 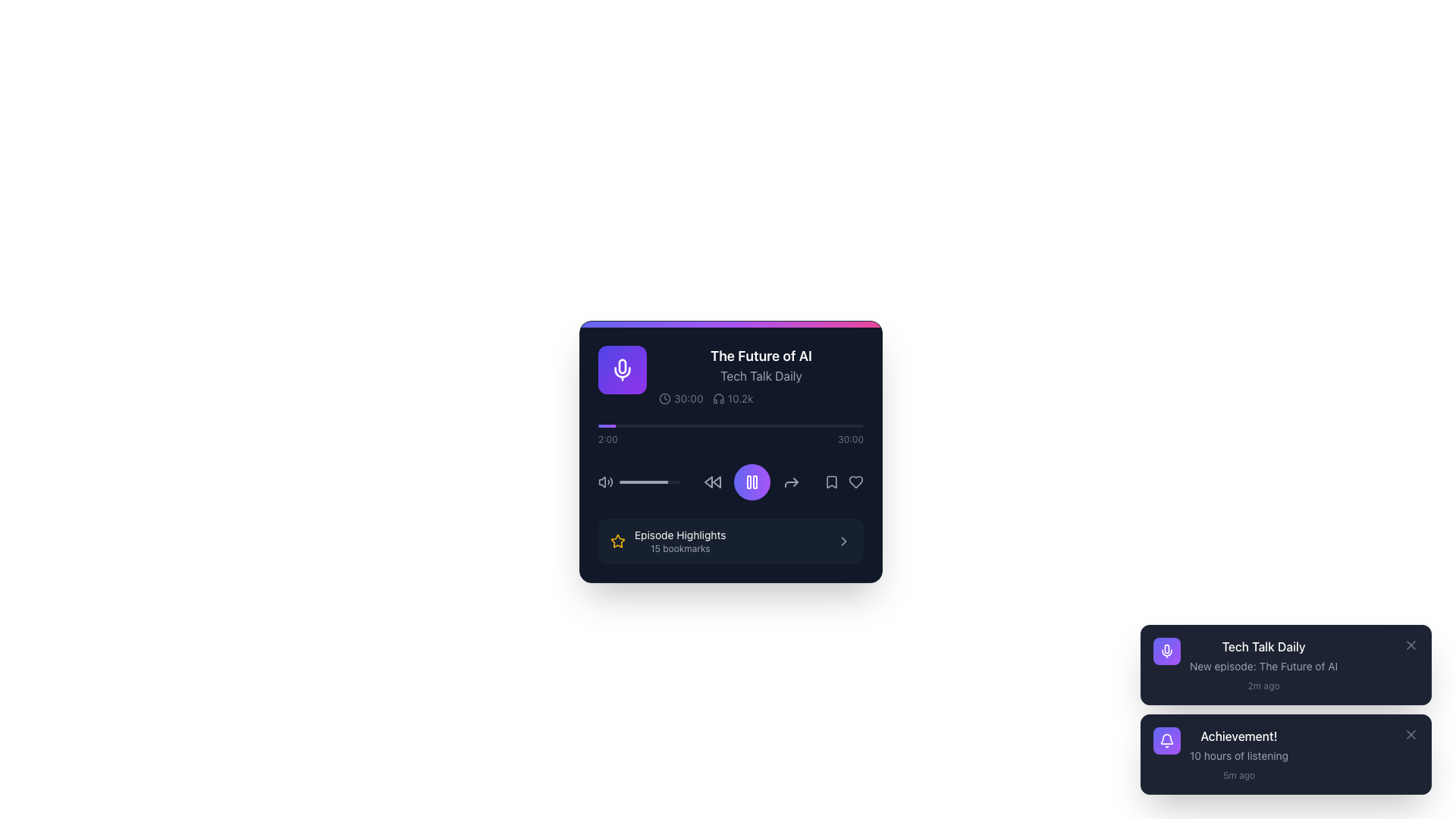 What do you see at coordinates (673, 482) in the screenshot?
I see `the progress bar` at bounding box center [673, 482].